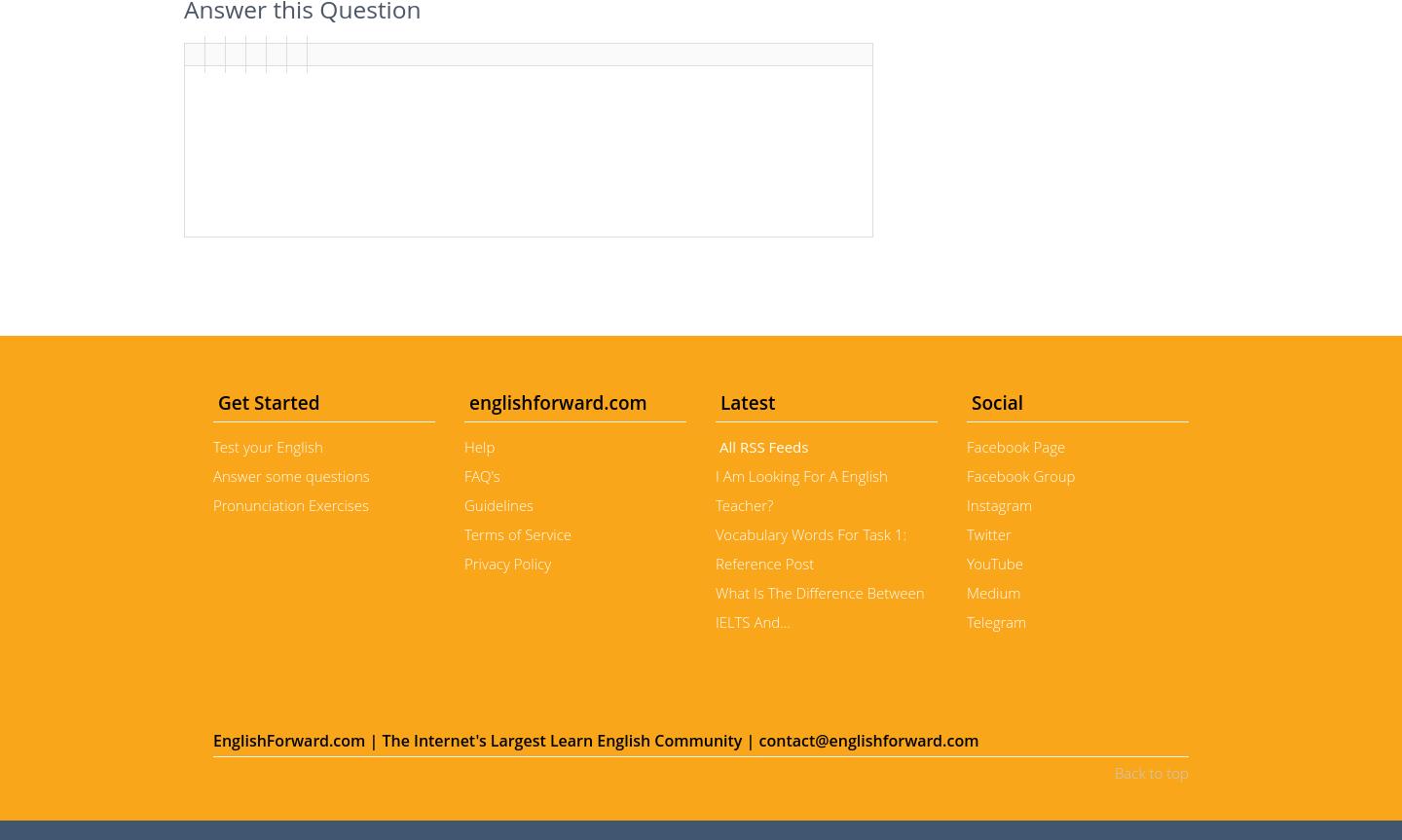 This screenshot has height=840, width=1402. Describe the element at coordinates (800, 489) in the screenshot. I see `'I Am Looking For A English Teacher?'` at that location.